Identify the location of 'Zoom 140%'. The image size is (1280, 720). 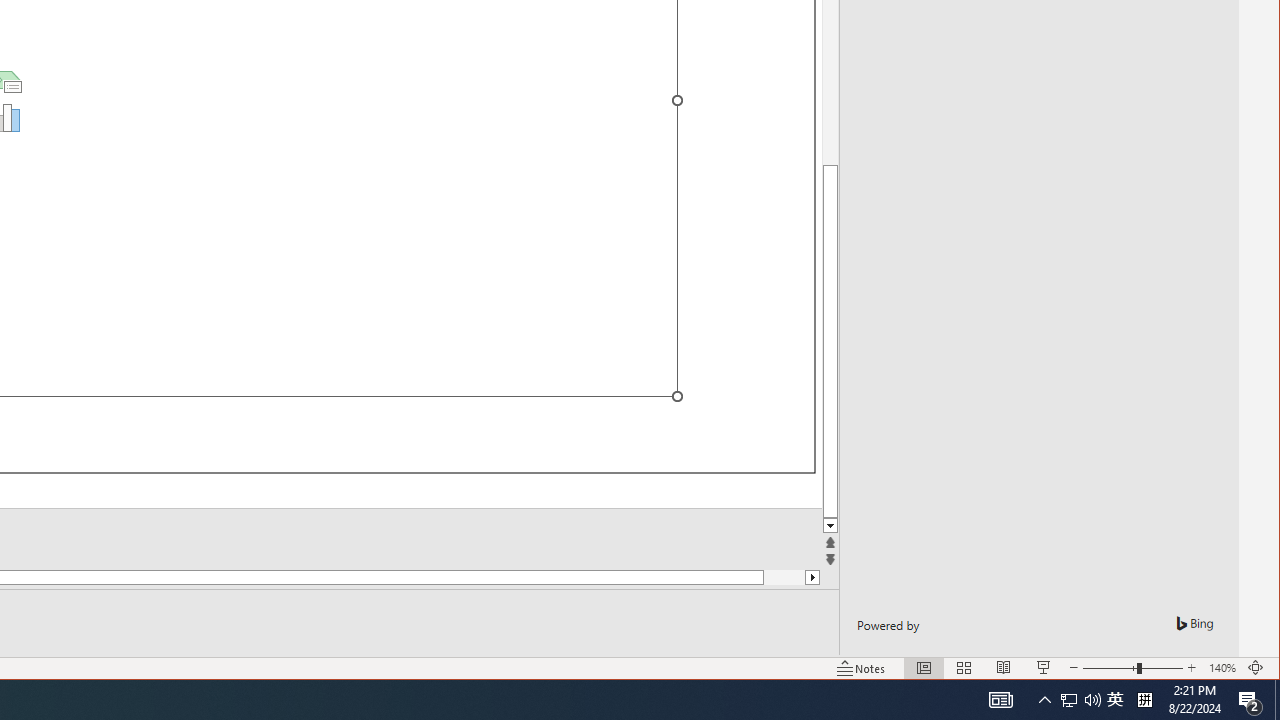
(1221, 668).